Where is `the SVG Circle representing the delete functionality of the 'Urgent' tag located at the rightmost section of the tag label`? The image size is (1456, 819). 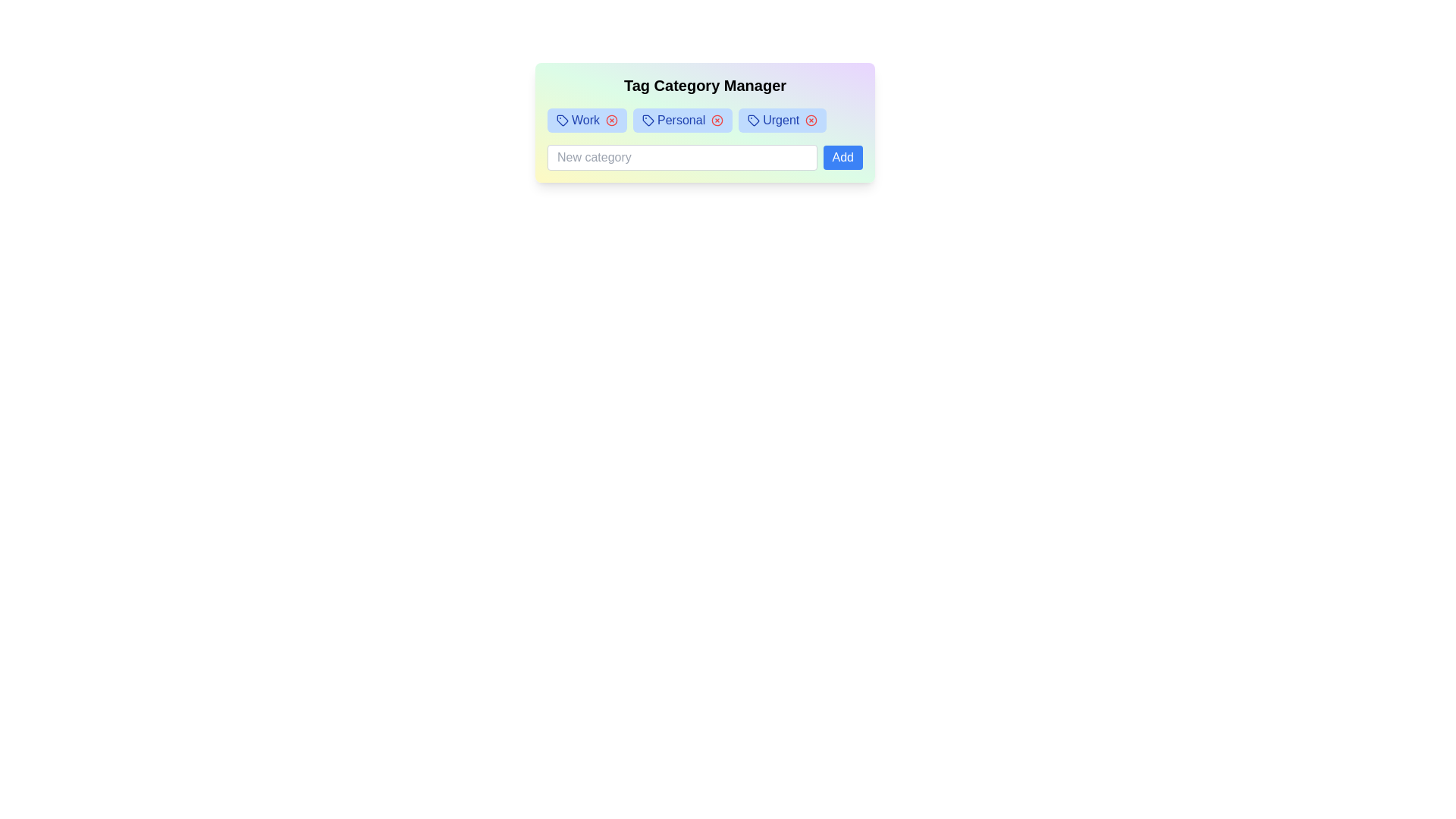
the SVG Circle representing the delete functionality of the 'Urgent' tag located at the rightmost section of the tag label is located at coordinates (811, 119).